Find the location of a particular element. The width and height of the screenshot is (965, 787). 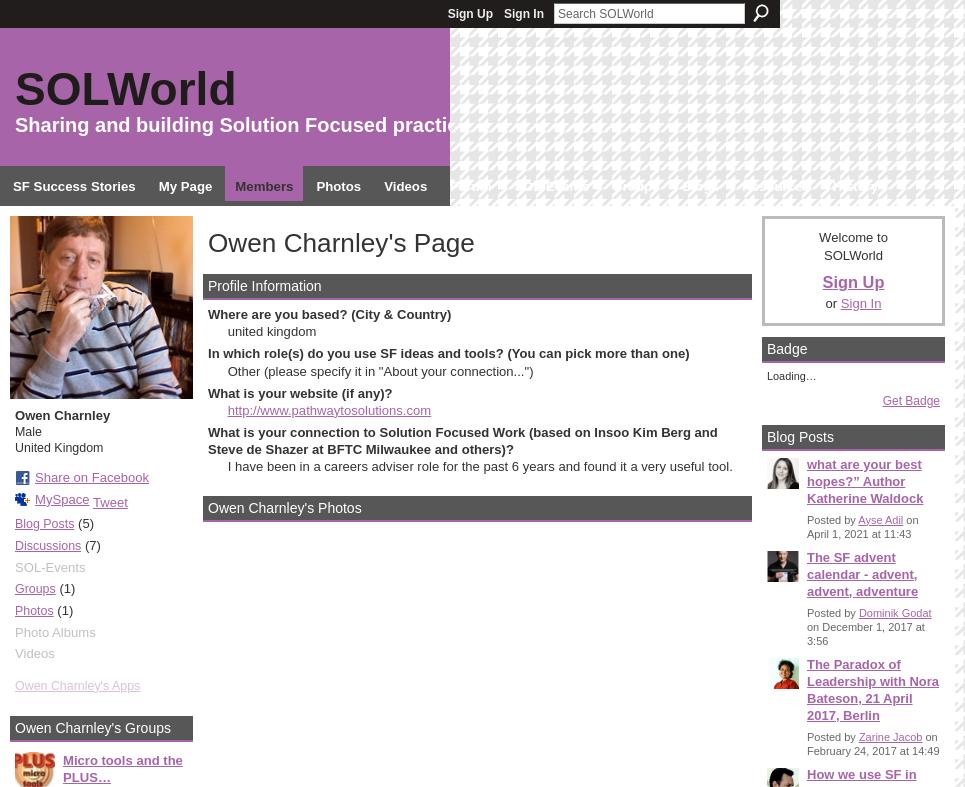

'Male' is located at coordinates (26, 430).